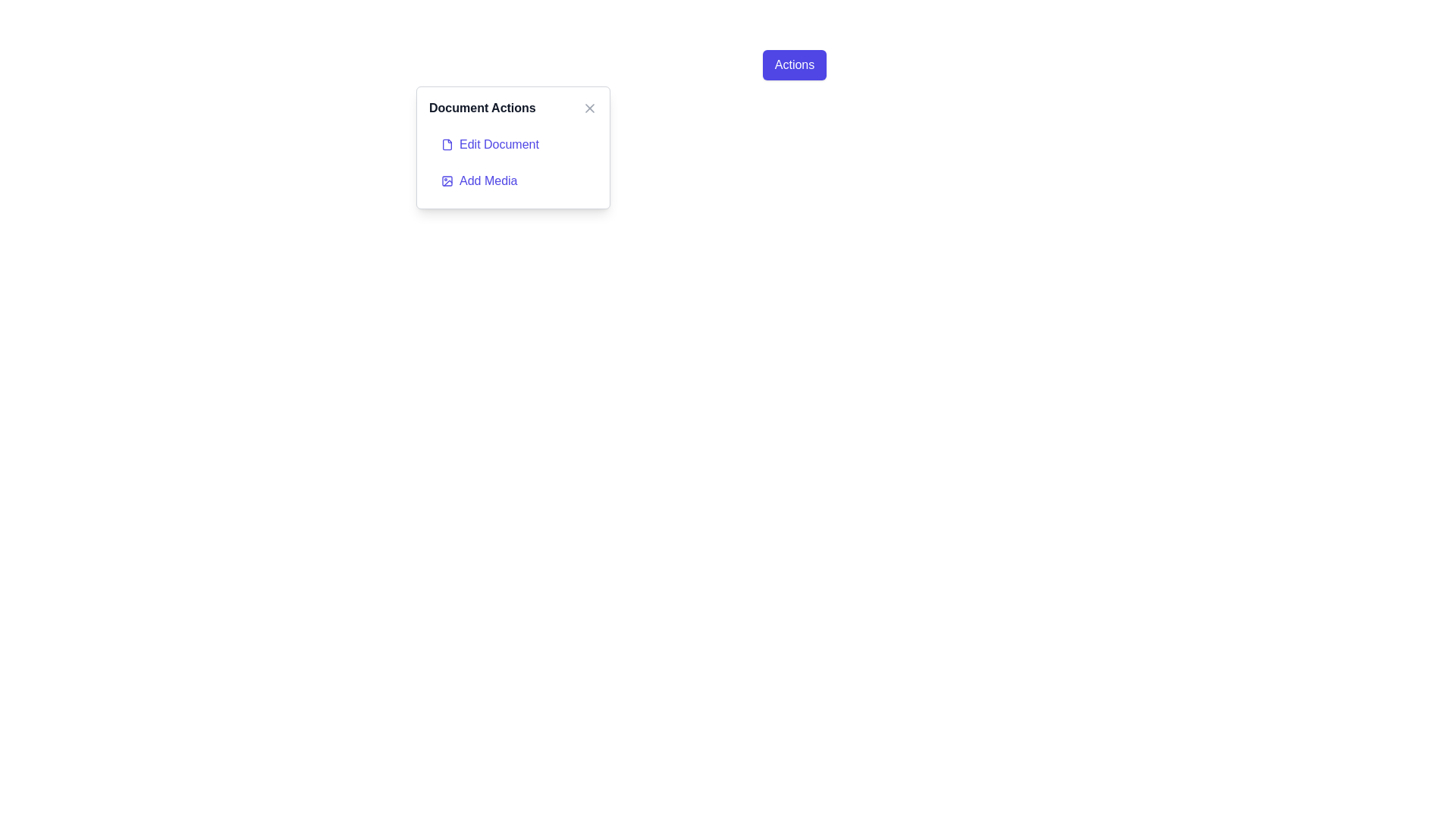 This screenshot has width=1456, height=819. What do you see at coordinates (447, 145) in the screenshot?
I see `the document file icon located at the top left of the 'Document Actions' popup, which precedes the 'Edit Document' text` at bounding box center [447, 145].